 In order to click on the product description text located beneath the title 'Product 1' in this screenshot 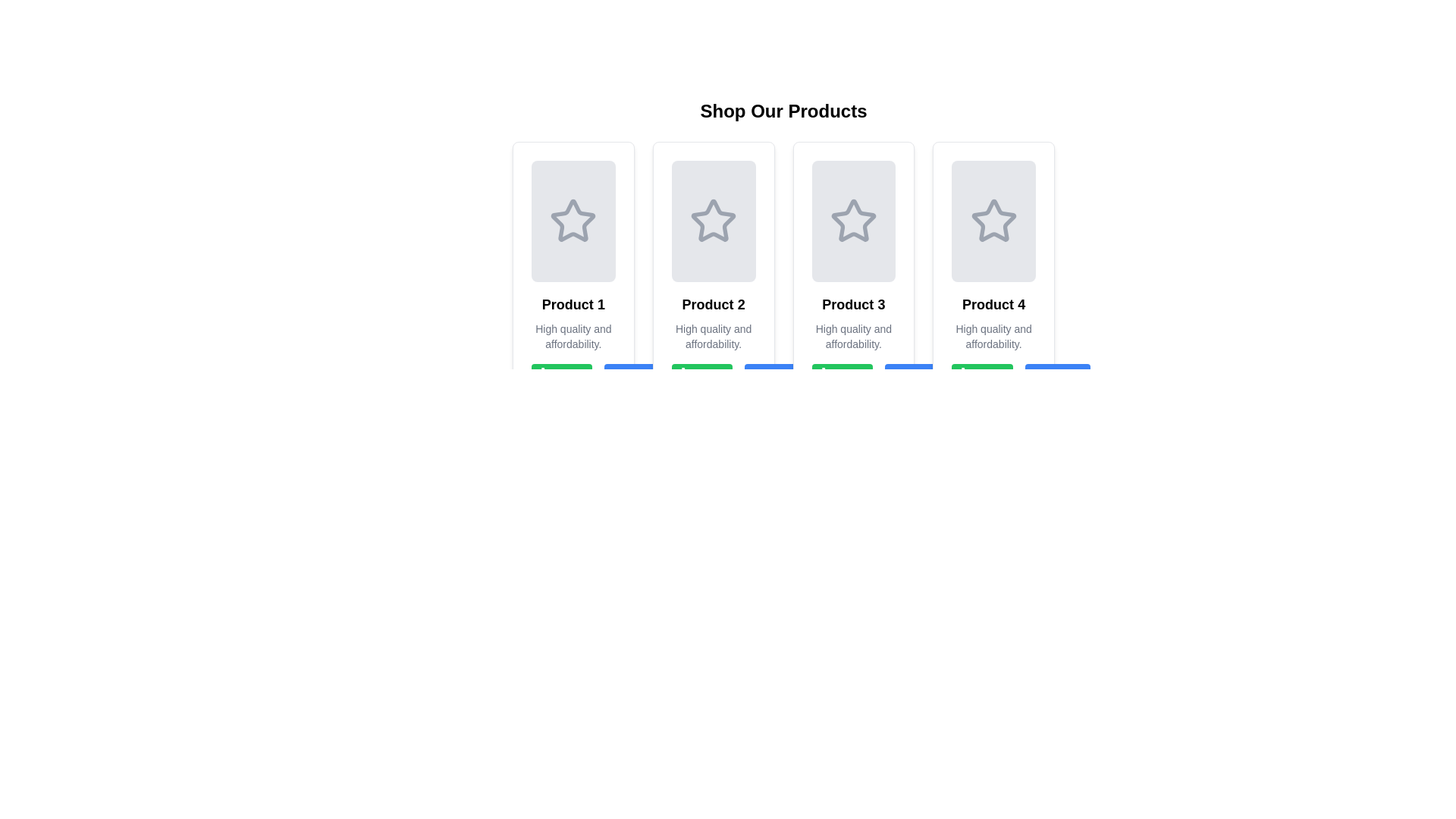, I will do `click(573, 335)`.